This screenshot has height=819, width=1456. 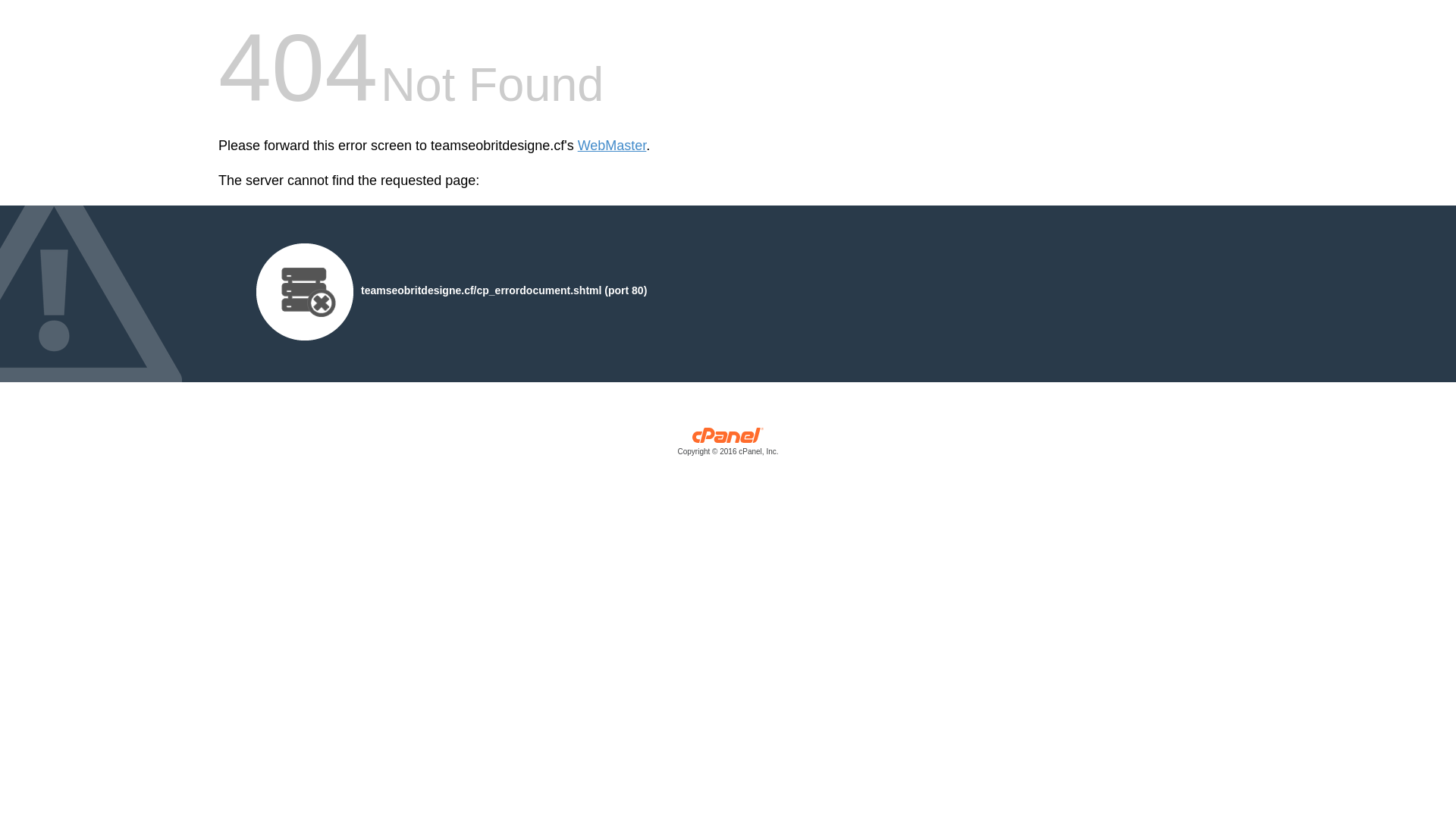 I want to click on 'WebMaster', so click(x=612, y=146).